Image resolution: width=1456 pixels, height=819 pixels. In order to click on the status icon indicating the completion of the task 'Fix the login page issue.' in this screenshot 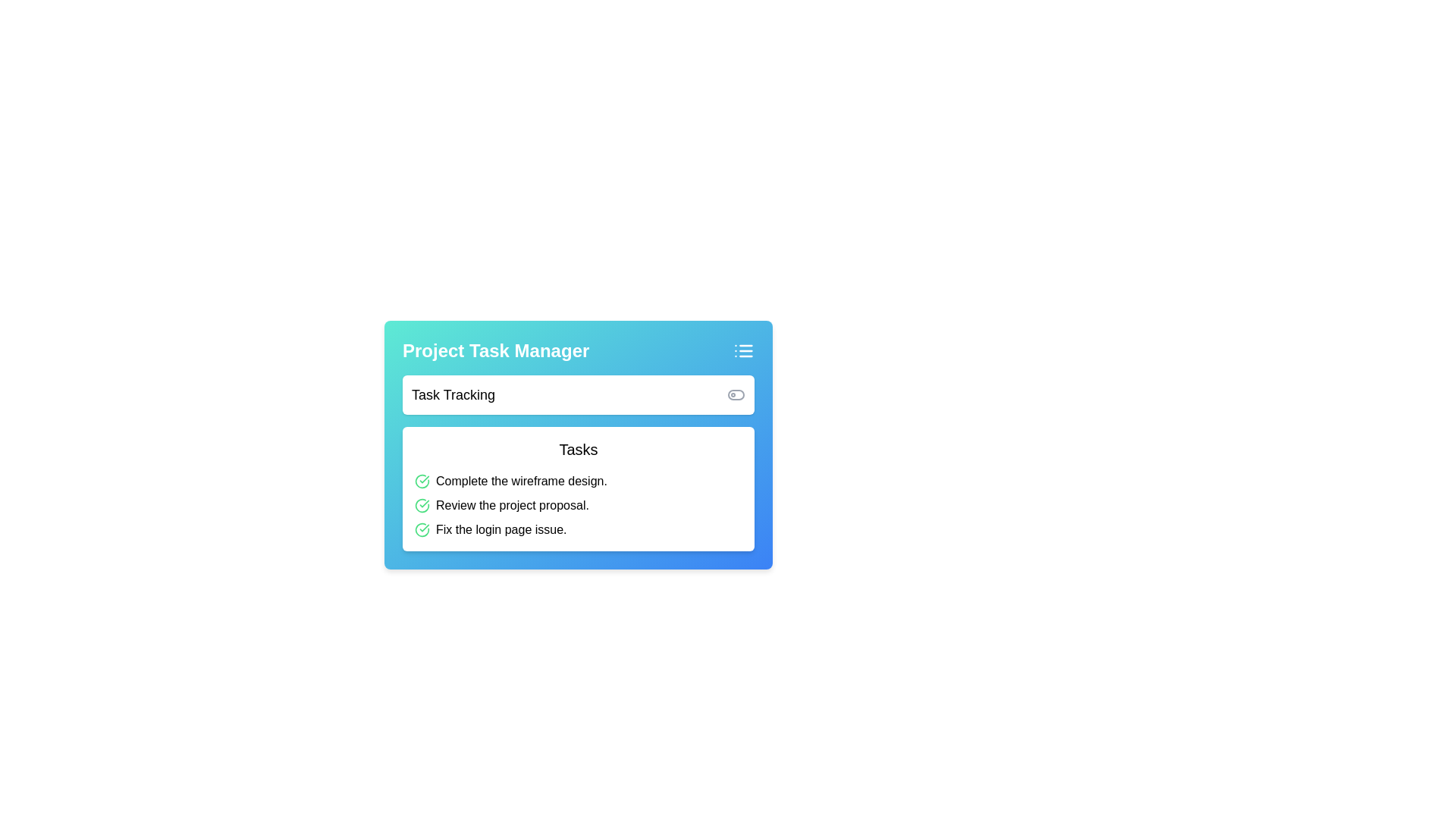, I will do `click(422, 529)`.